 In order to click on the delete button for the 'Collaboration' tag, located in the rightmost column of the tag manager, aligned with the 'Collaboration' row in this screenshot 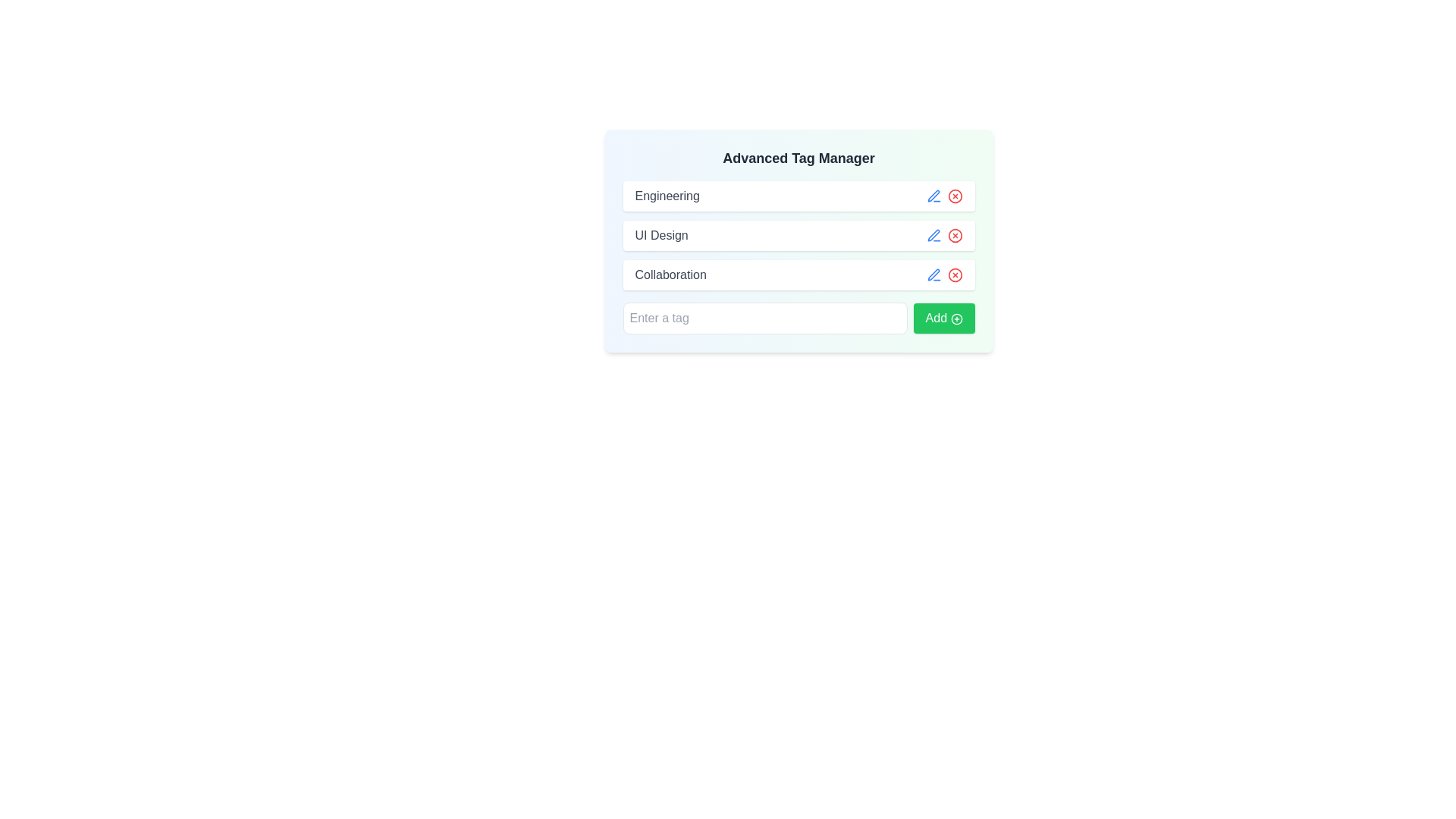, I will do `click(954, 275)`.